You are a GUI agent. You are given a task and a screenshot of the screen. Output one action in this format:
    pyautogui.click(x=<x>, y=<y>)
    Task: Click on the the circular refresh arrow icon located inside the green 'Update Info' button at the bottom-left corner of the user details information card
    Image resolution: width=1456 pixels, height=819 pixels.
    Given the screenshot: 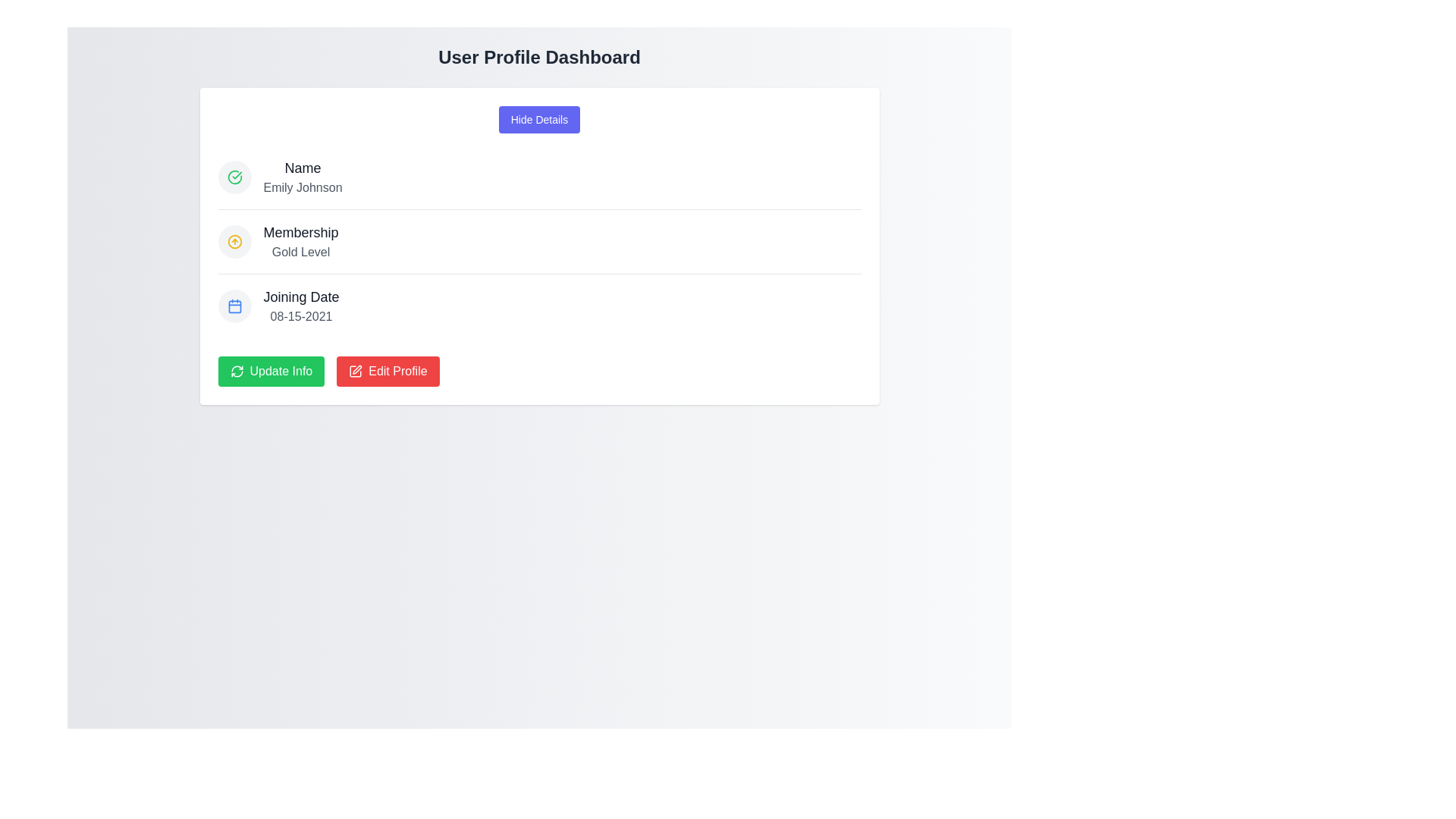 What is the action you would take?
    pyautogui.click(x=236, y=371)
    